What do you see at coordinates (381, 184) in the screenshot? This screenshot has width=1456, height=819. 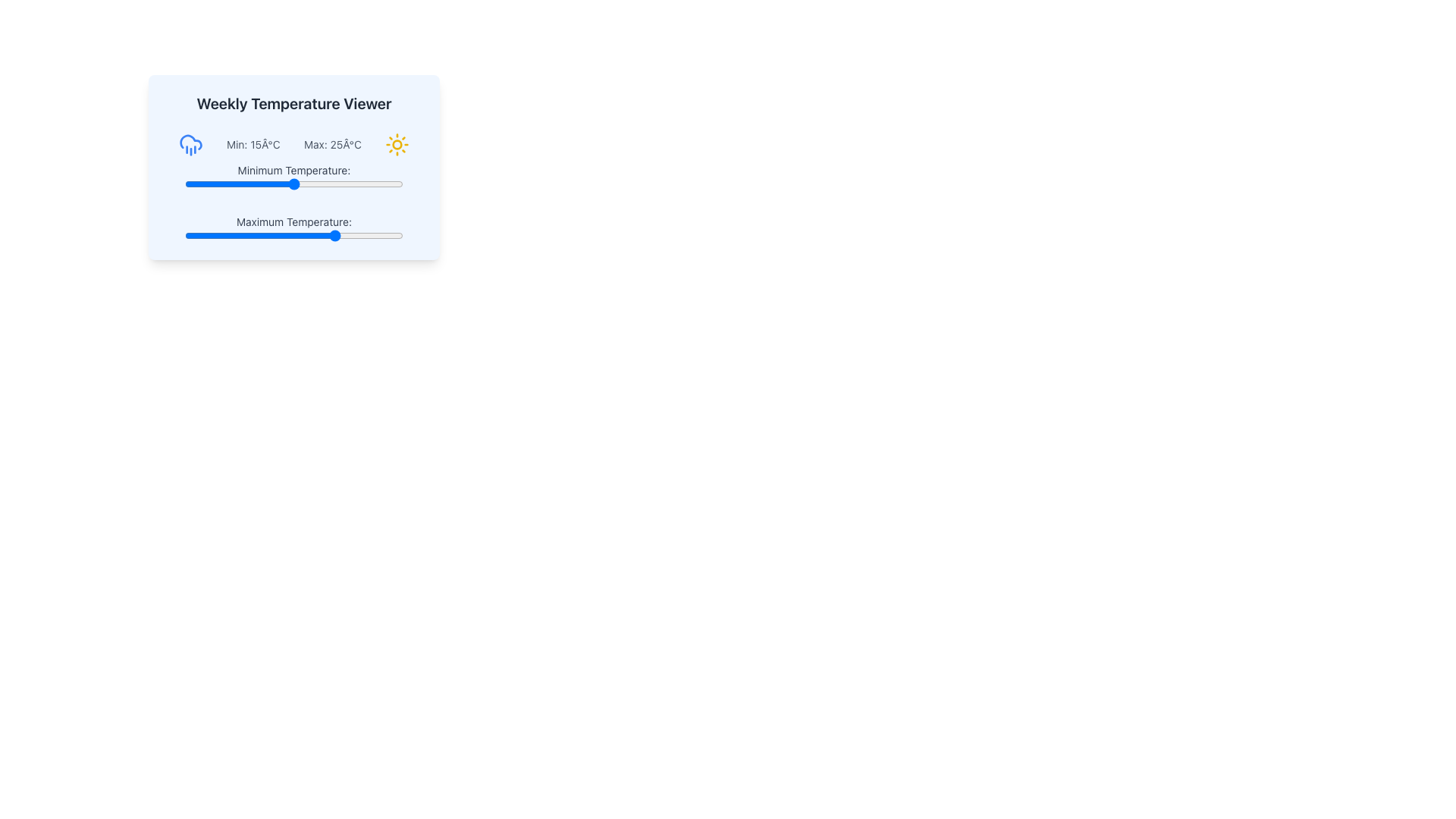 I see `the minimum temperature` at bounding box center [381, 184].